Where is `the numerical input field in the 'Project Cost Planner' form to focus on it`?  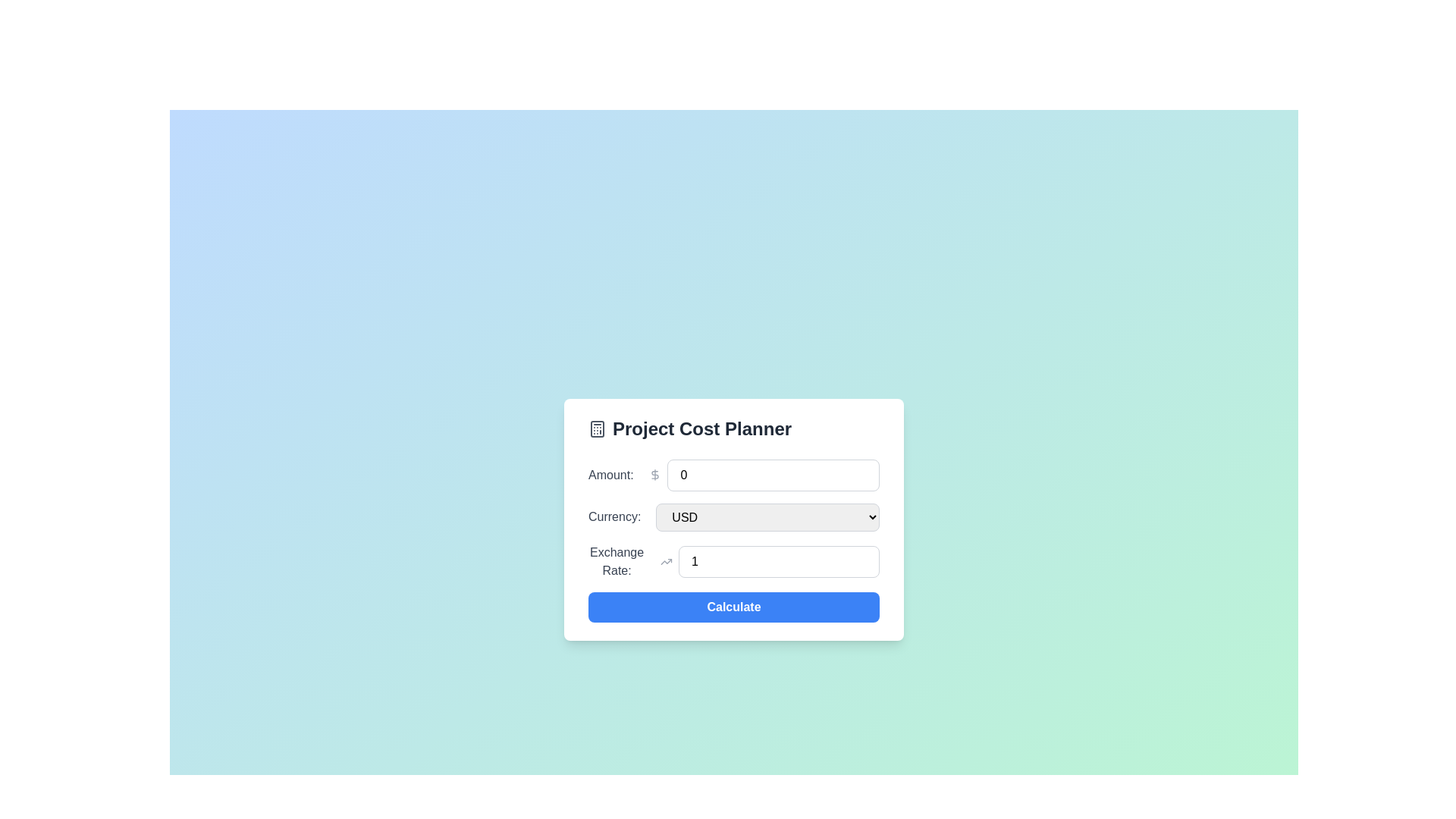
the numerical input field in the 'Project Cost Planner' form to focus on it is located at coordinates (779, 561).